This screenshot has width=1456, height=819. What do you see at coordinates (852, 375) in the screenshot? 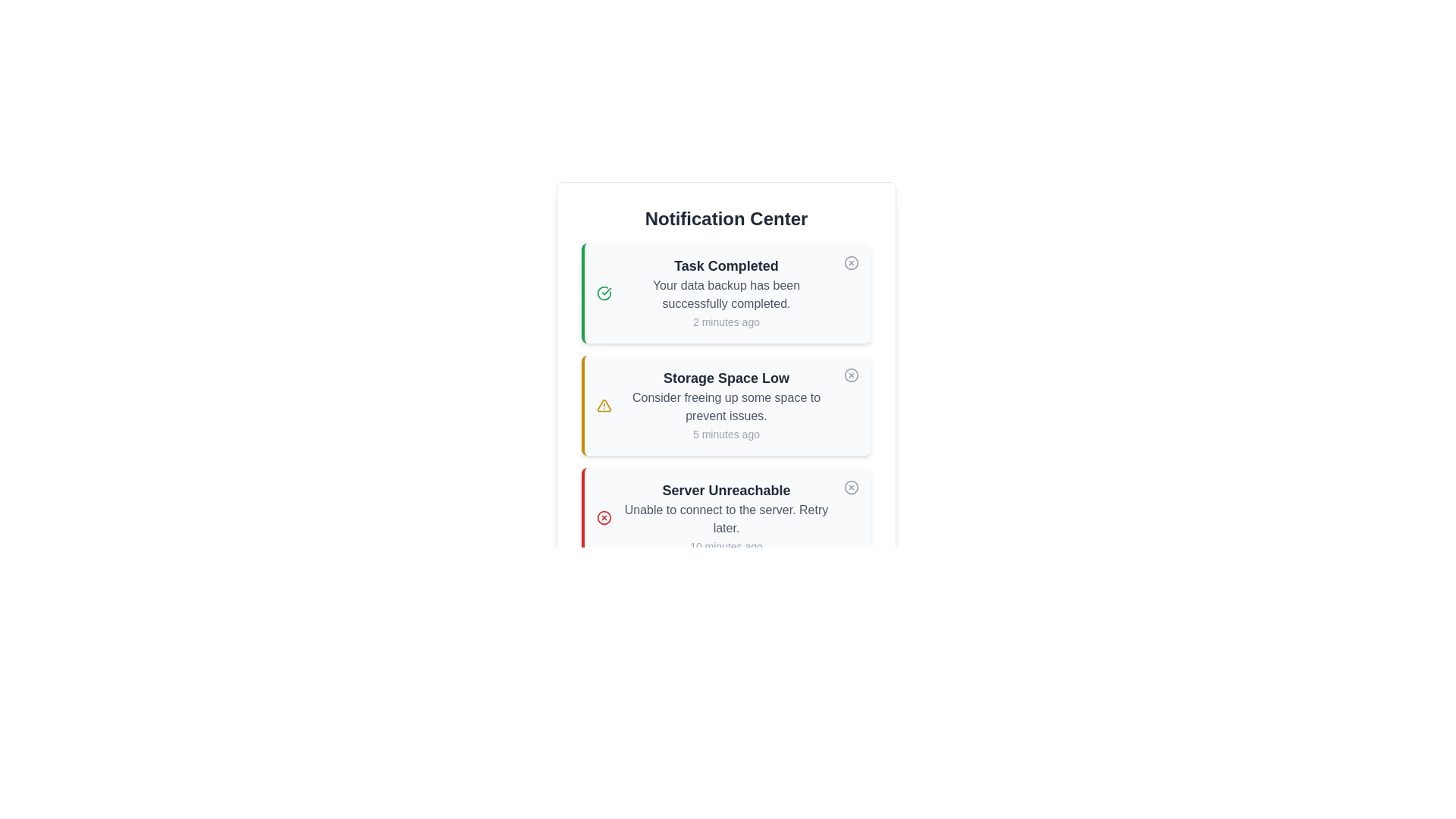
I see `the dismissal button for the 'Storage Space Low' notification located in the upper-right corner of the notification box` at bounding box center [852, 375].